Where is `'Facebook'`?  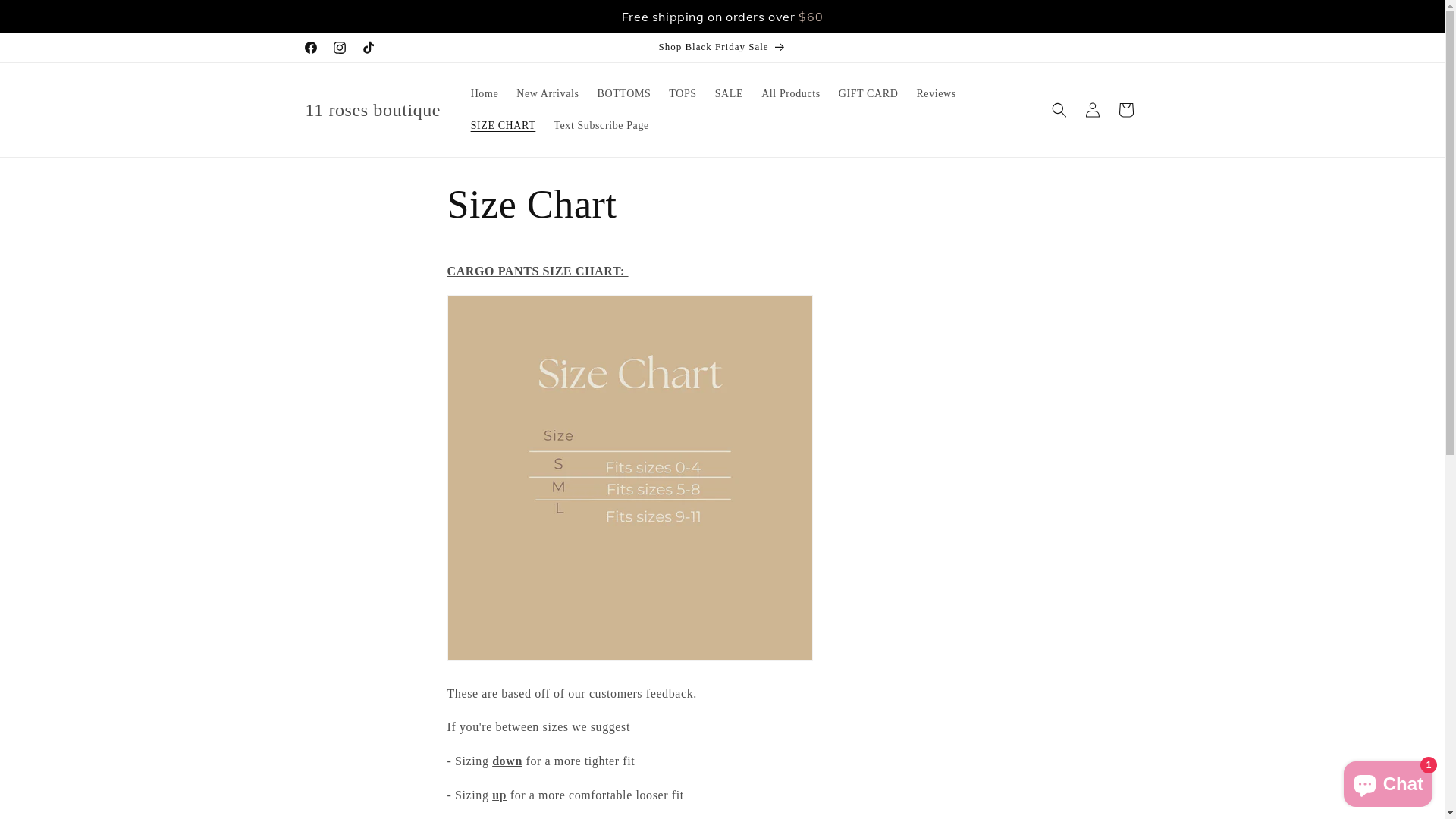 'Facebook' is located at coordinates (309, 46).